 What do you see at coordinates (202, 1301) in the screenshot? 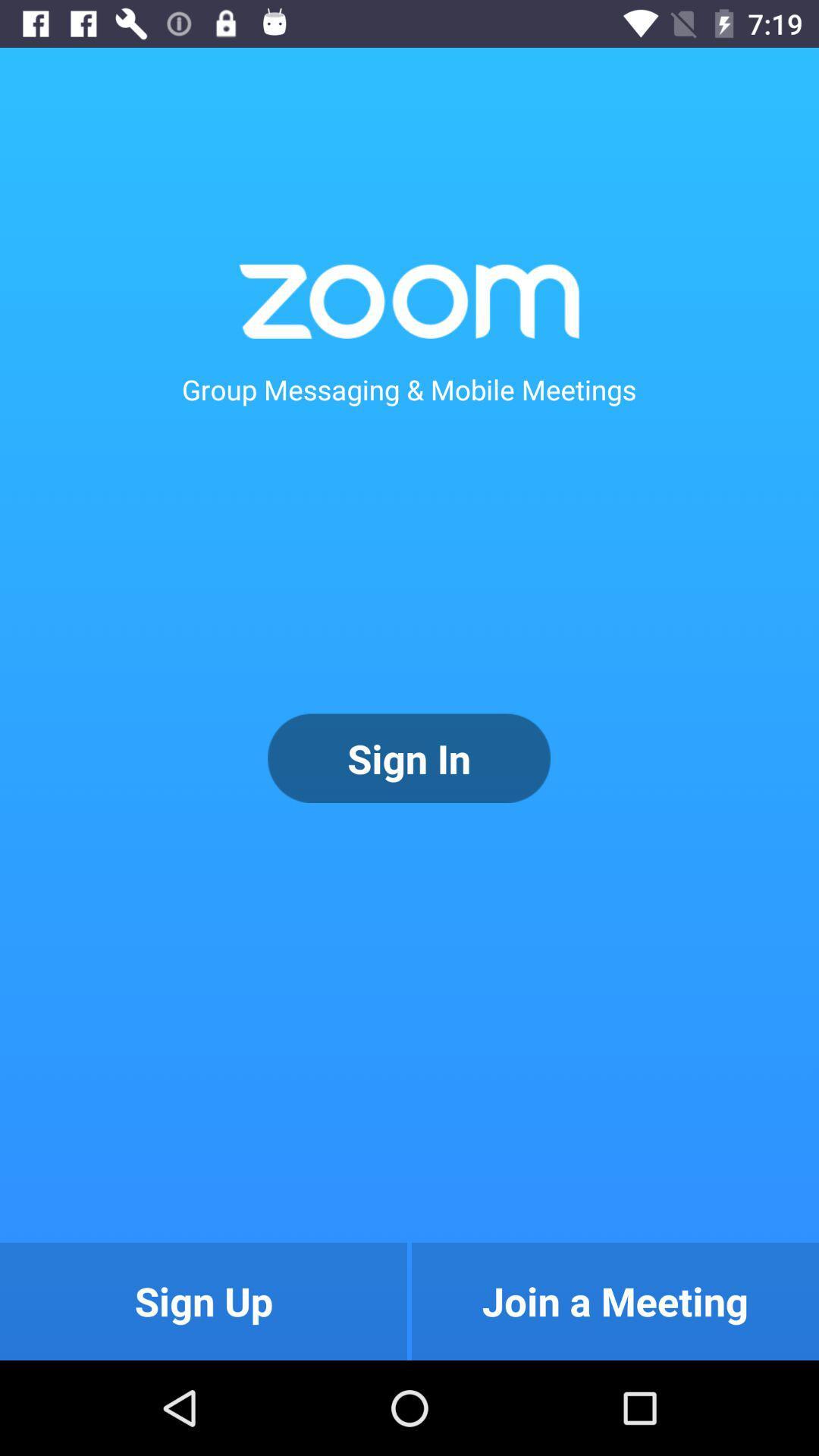
I see `item at the bottom left corner` at bounding box center [202, 1301].